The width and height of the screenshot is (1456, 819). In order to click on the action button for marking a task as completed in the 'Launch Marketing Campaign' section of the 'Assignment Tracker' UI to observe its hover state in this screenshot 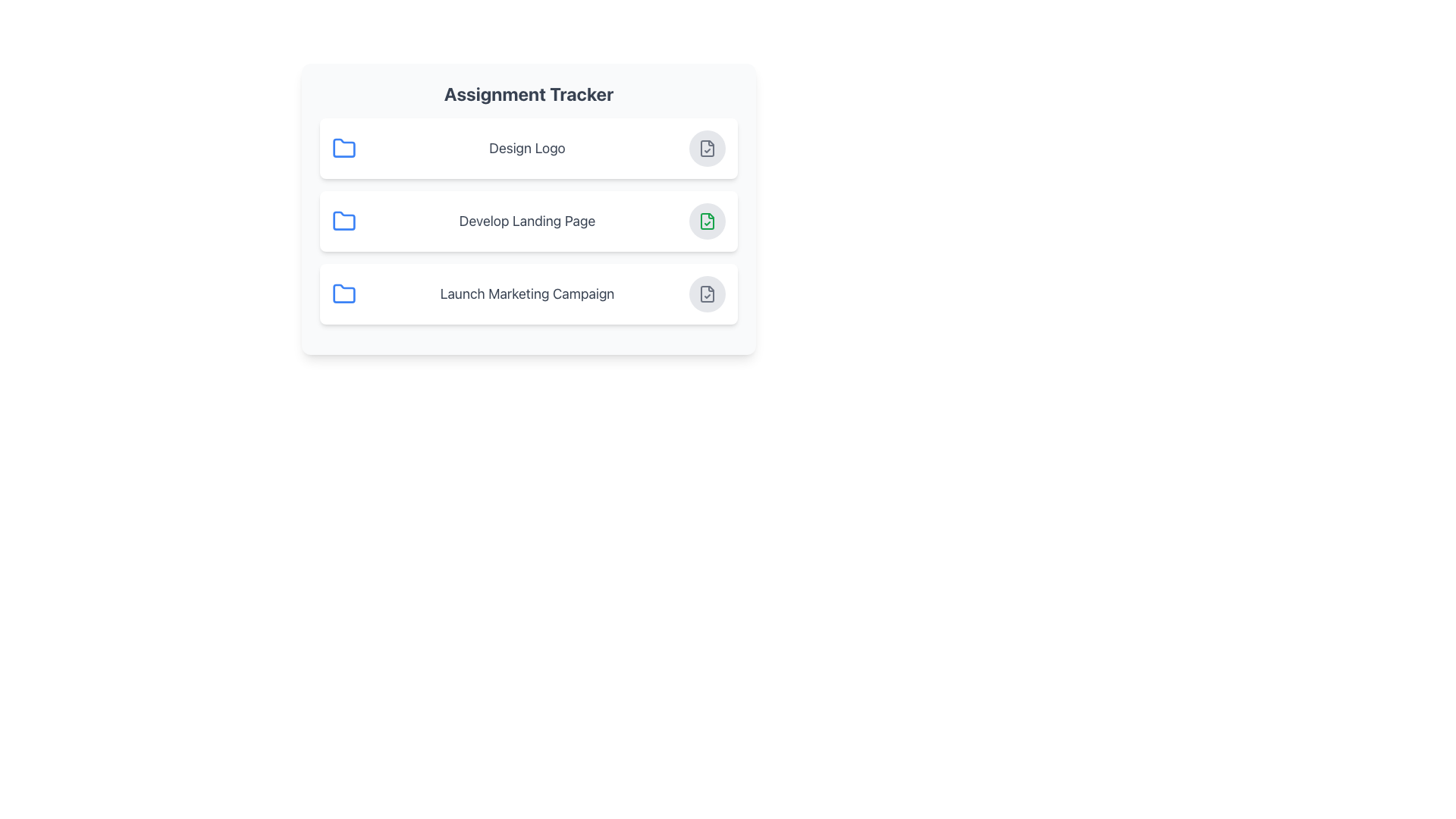, I will do `click(706, 294)`.